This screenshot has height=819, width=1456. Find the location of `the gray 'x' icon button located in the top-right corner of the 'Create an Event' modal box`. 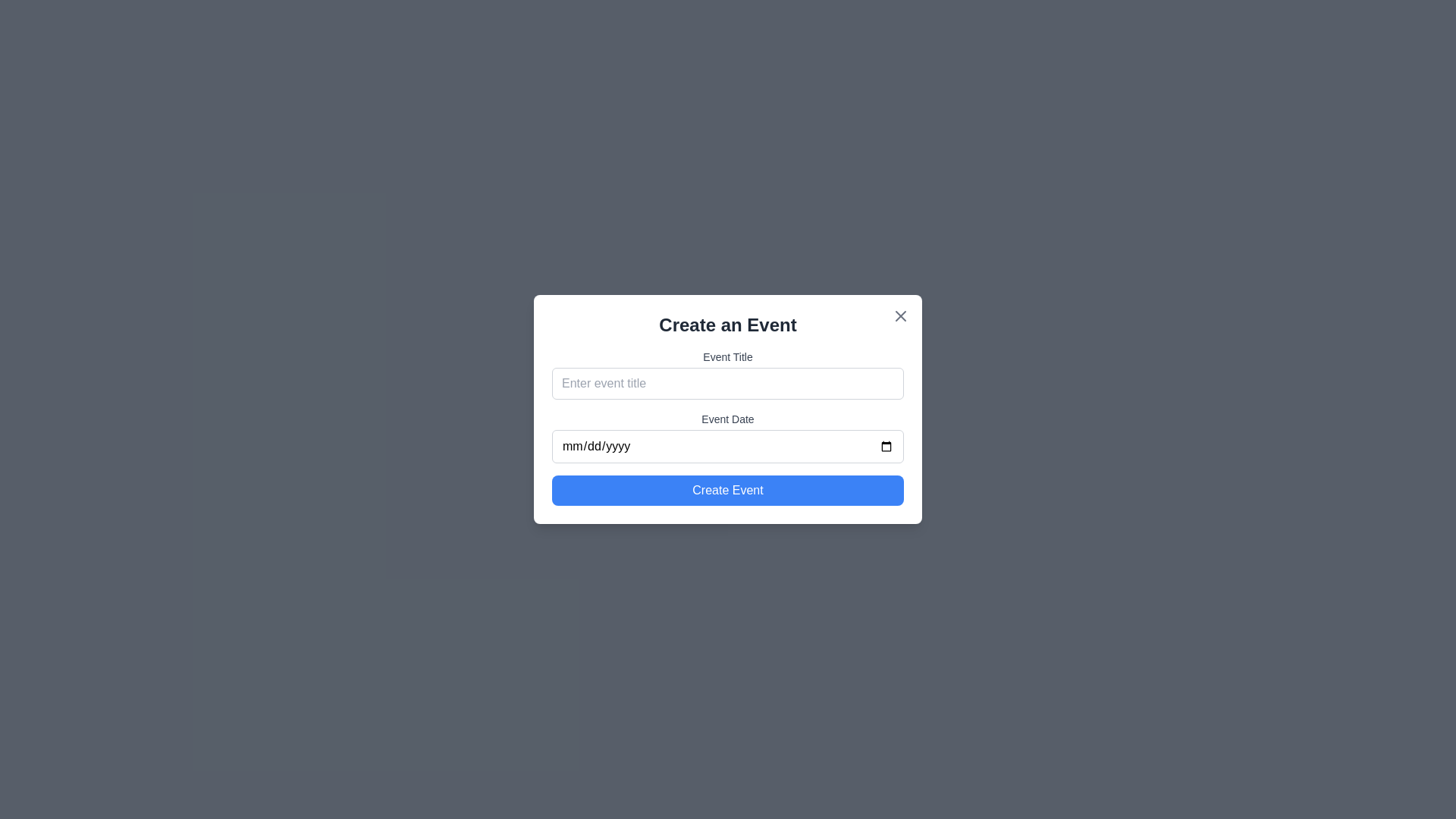

the gray 'x' icon button located in the top-right corner of the 'Create an Event' modal box is located at coordinates (901, 315).